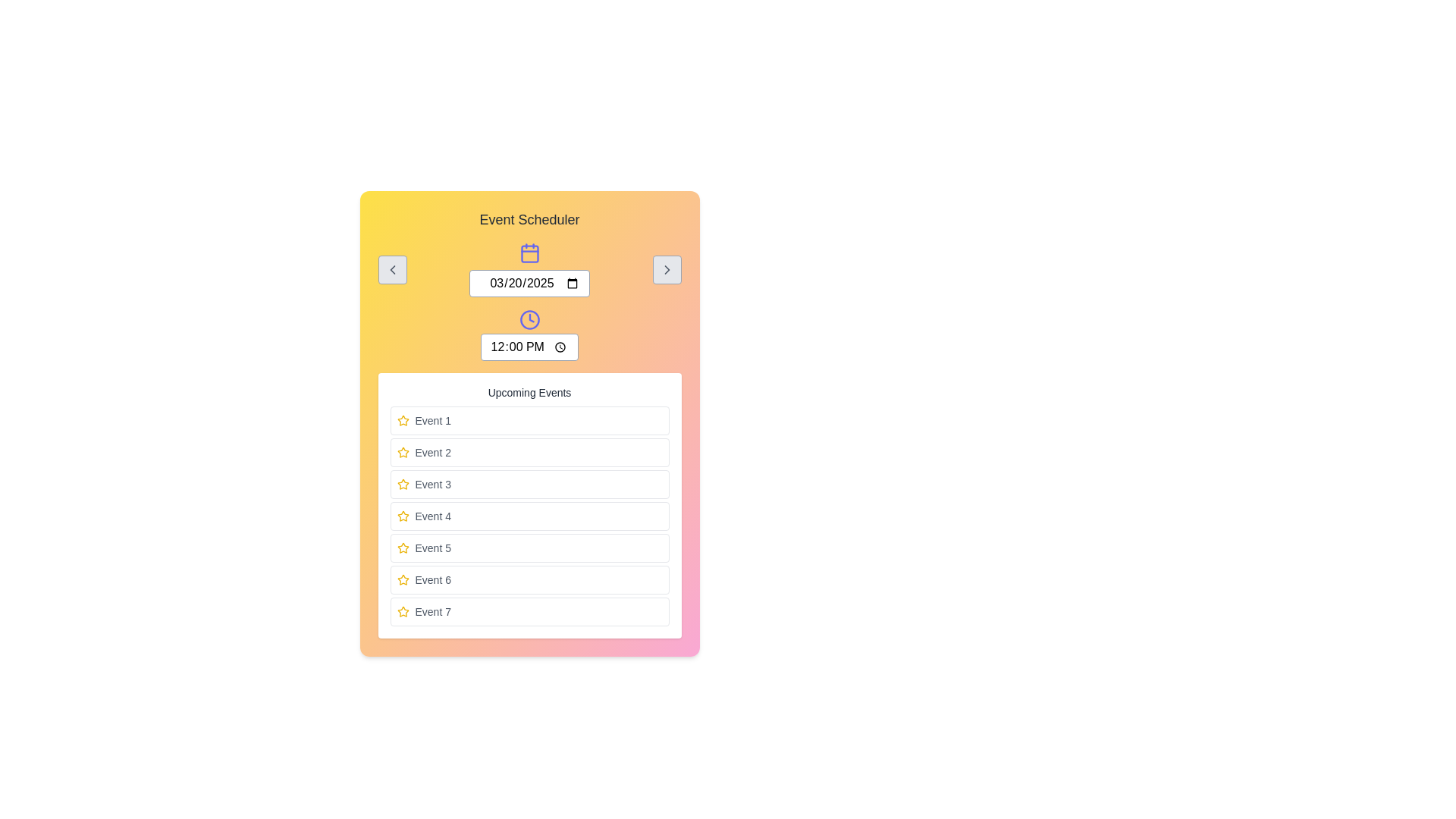 The height and width of the screenshot is (819, 1456). What do you see at coordinates (432, 516) in the screenshot?
I see `the static text element representing the name or title of the fourth event in the 'Upcoming Events' list, located between 'Event 3' and 'Event 5'` at bounding box center [432, 516].